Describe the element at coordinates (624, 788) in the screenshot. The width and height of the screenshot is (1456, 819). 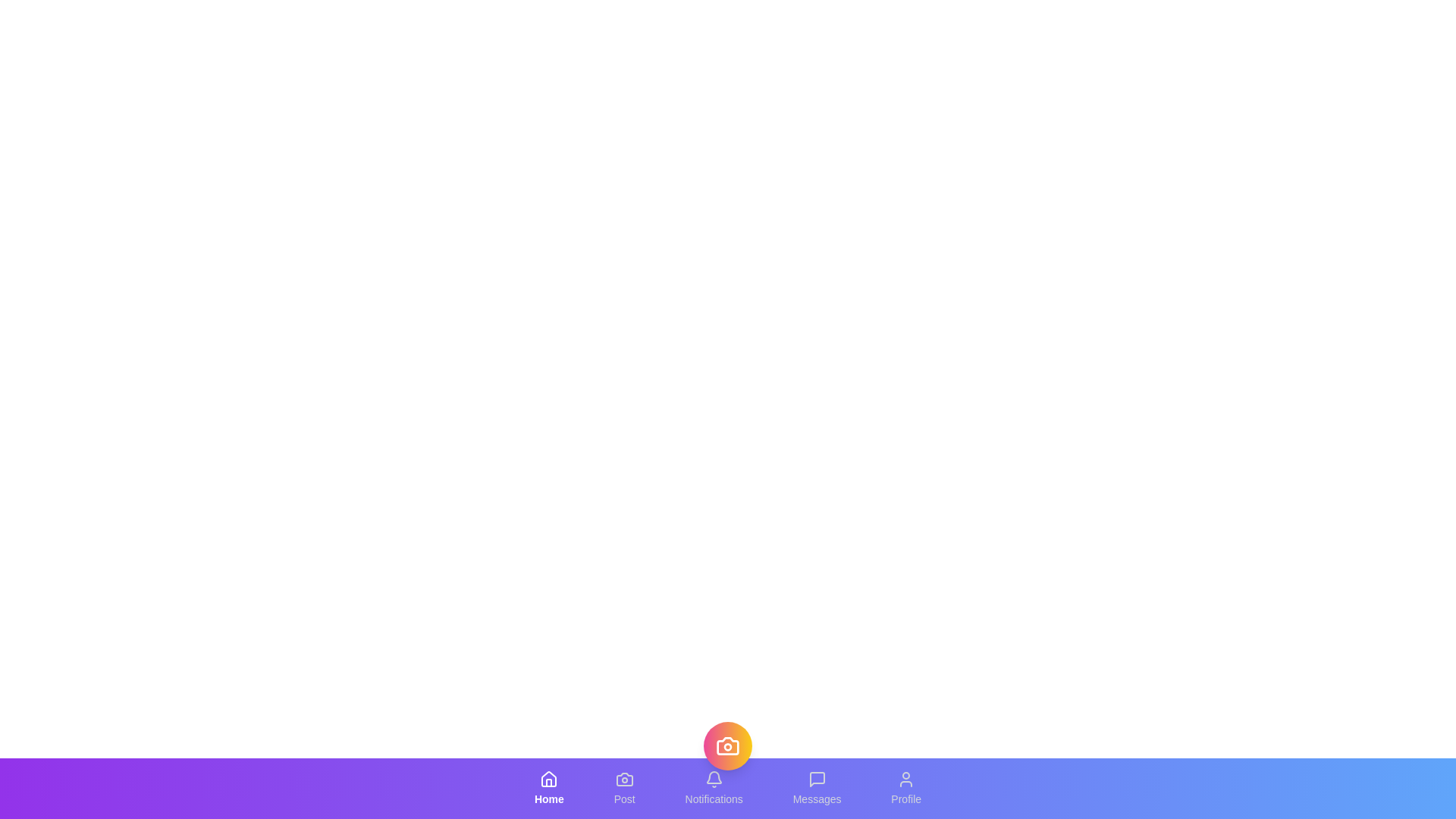
I see `the tab labeled Post to observe the visual effect` at that location.